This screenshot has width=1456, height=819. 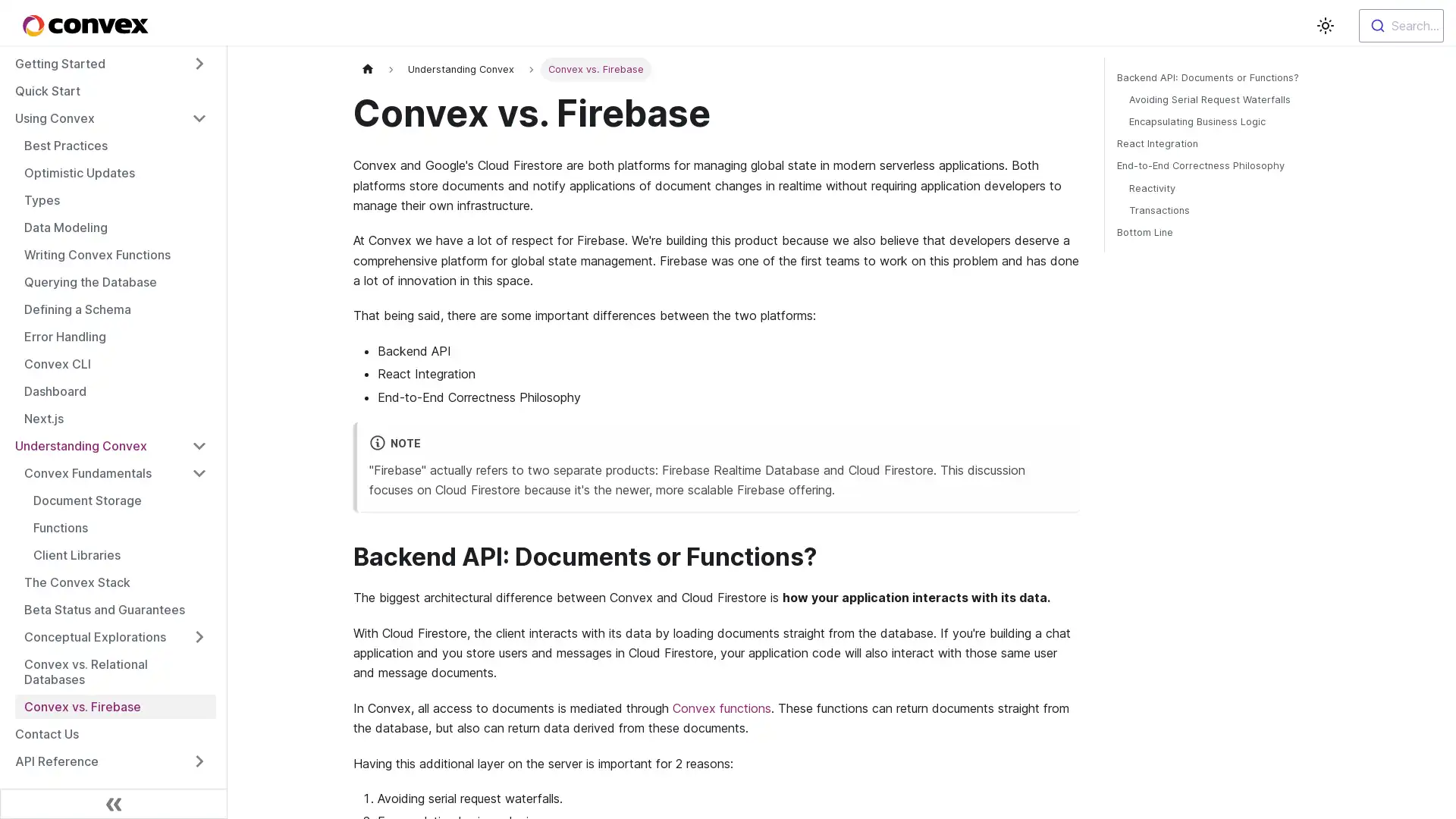 What do you see at coordinates (1401, 26) in the screenshot?
I see `Search...` at bounding box center [1401, 26].